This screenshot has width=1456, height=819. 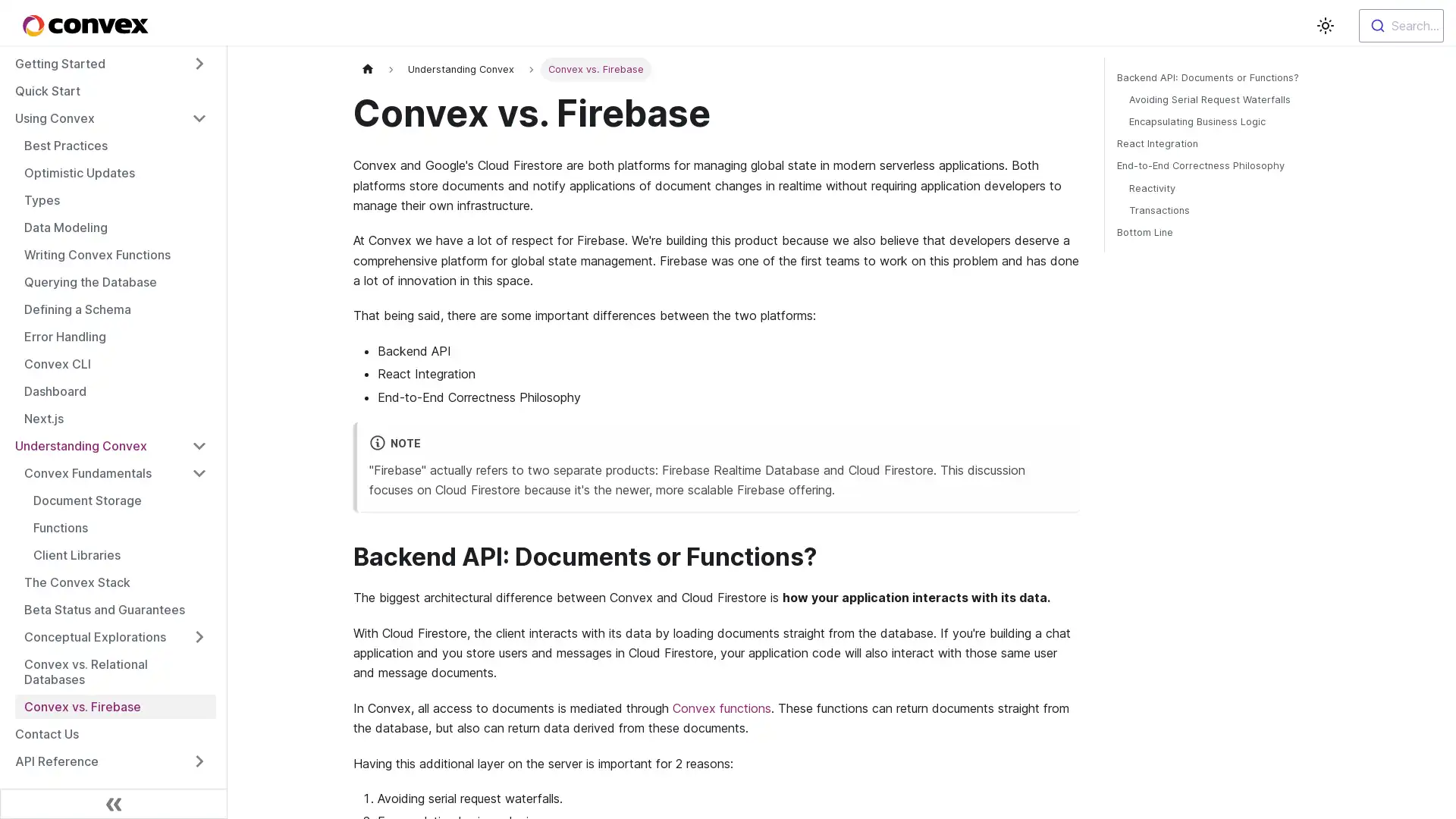 What do you see at coordinates (1401, 26) in the screenshot?
I see `Search...` at bounding box center [1401, 26].